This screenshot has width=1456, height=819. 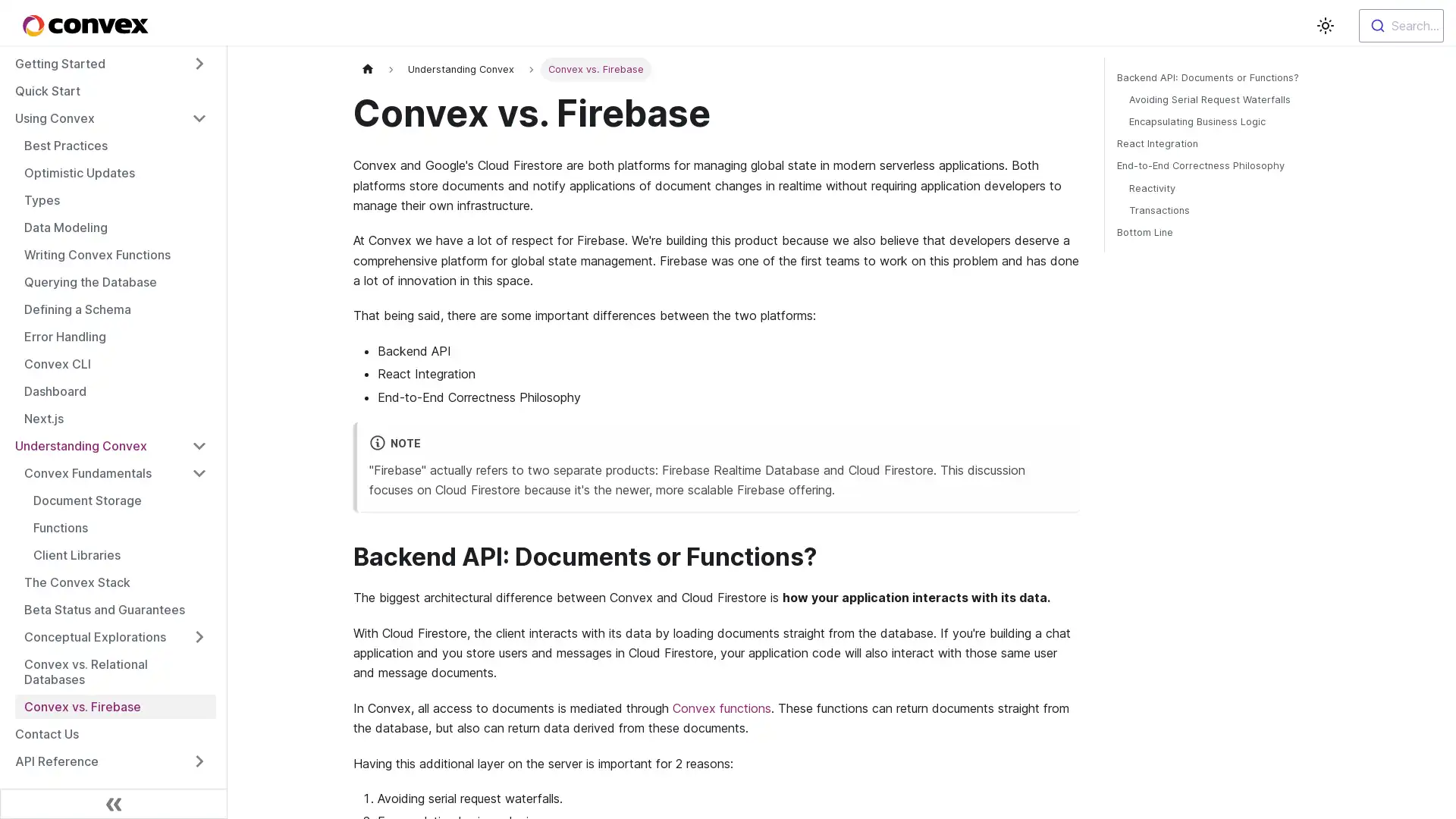 What do you see at coordinates (1401, 26) in the screenshot?
I see `Search...` at bounding box center [1401, 26].